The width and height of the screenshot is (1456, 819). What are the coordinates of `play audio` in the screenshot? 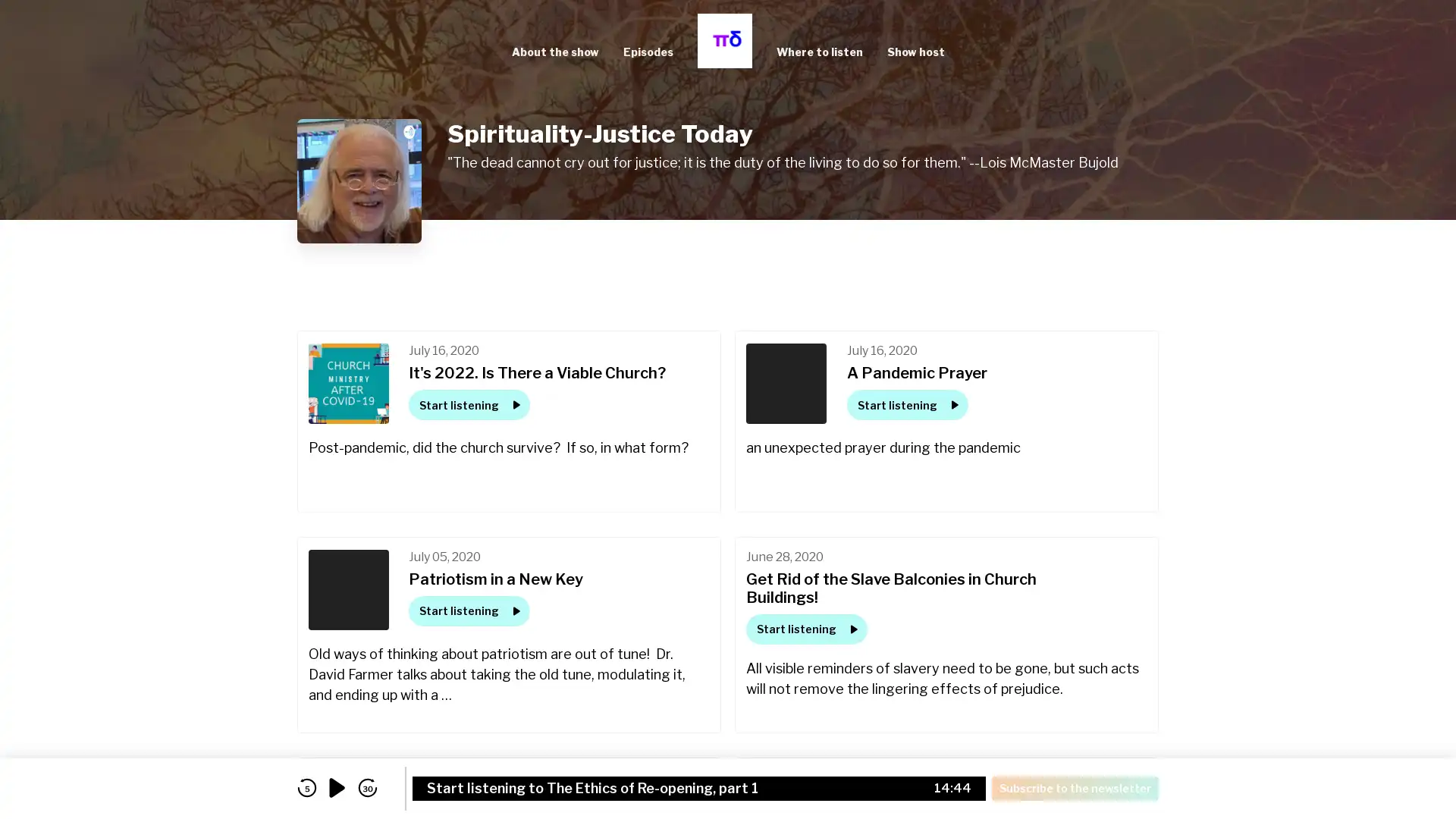 It's located at (337, 787).